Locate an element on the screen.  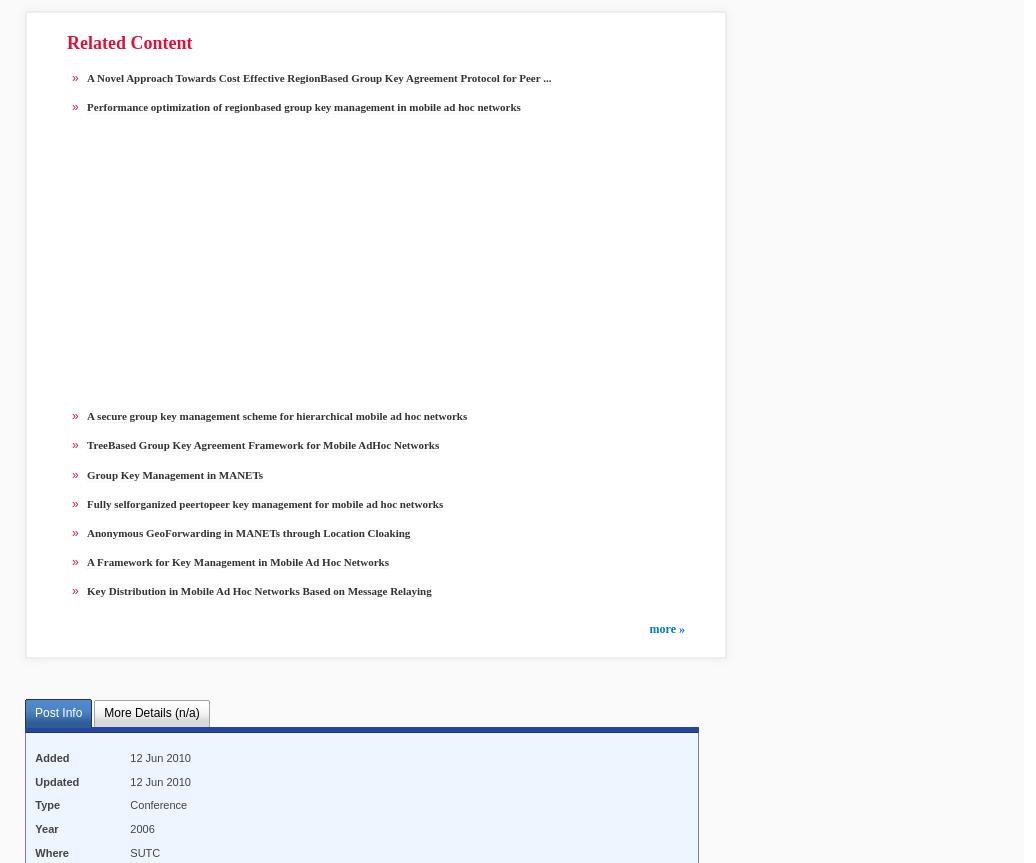
'A secure group key management scheme for hierarchical mobile ad hoc networks' is located at coordinates (277, 415).